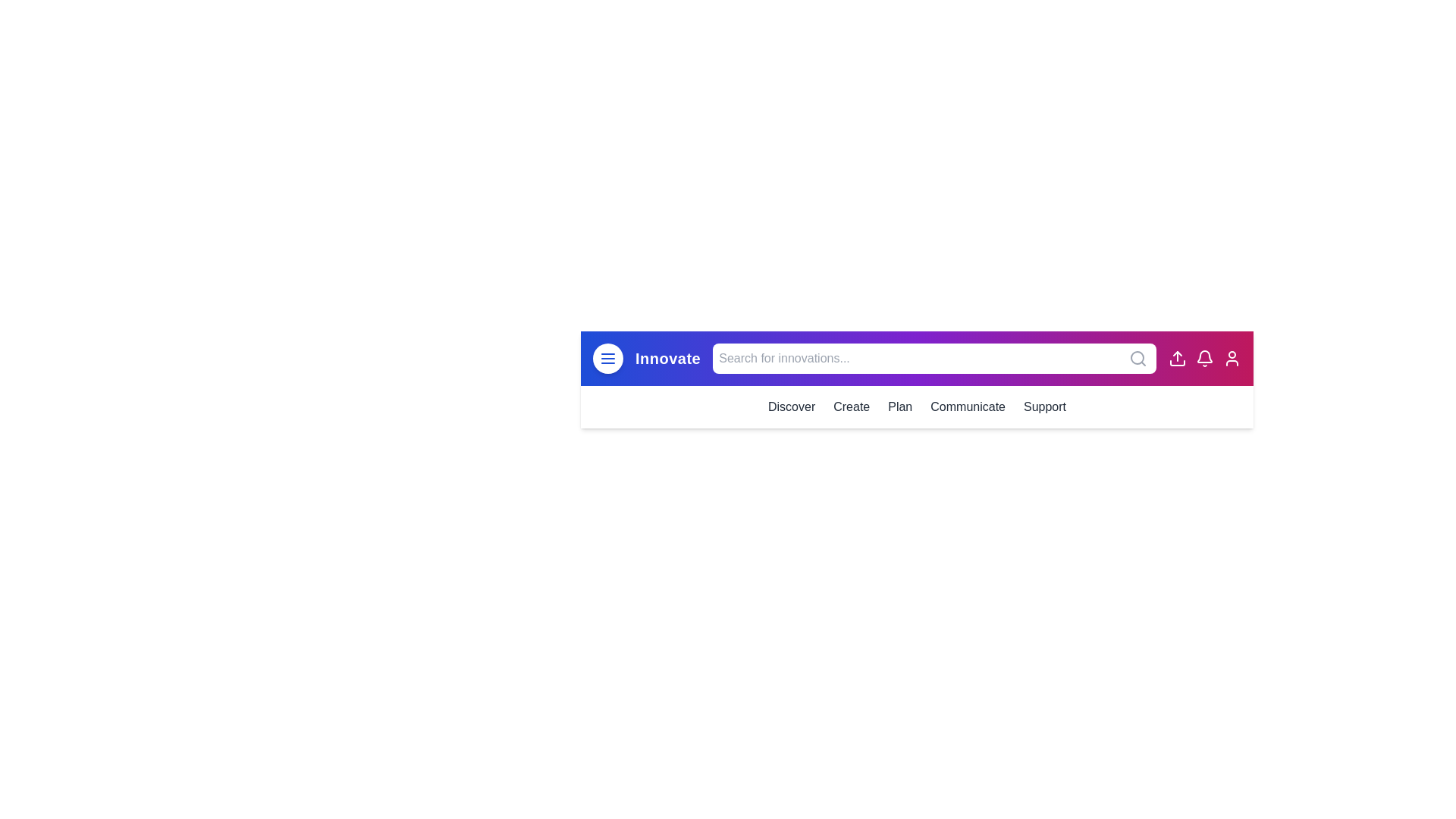 The image size is (1456, 819). I want to click on the menu item Discover, so click(791, 406).